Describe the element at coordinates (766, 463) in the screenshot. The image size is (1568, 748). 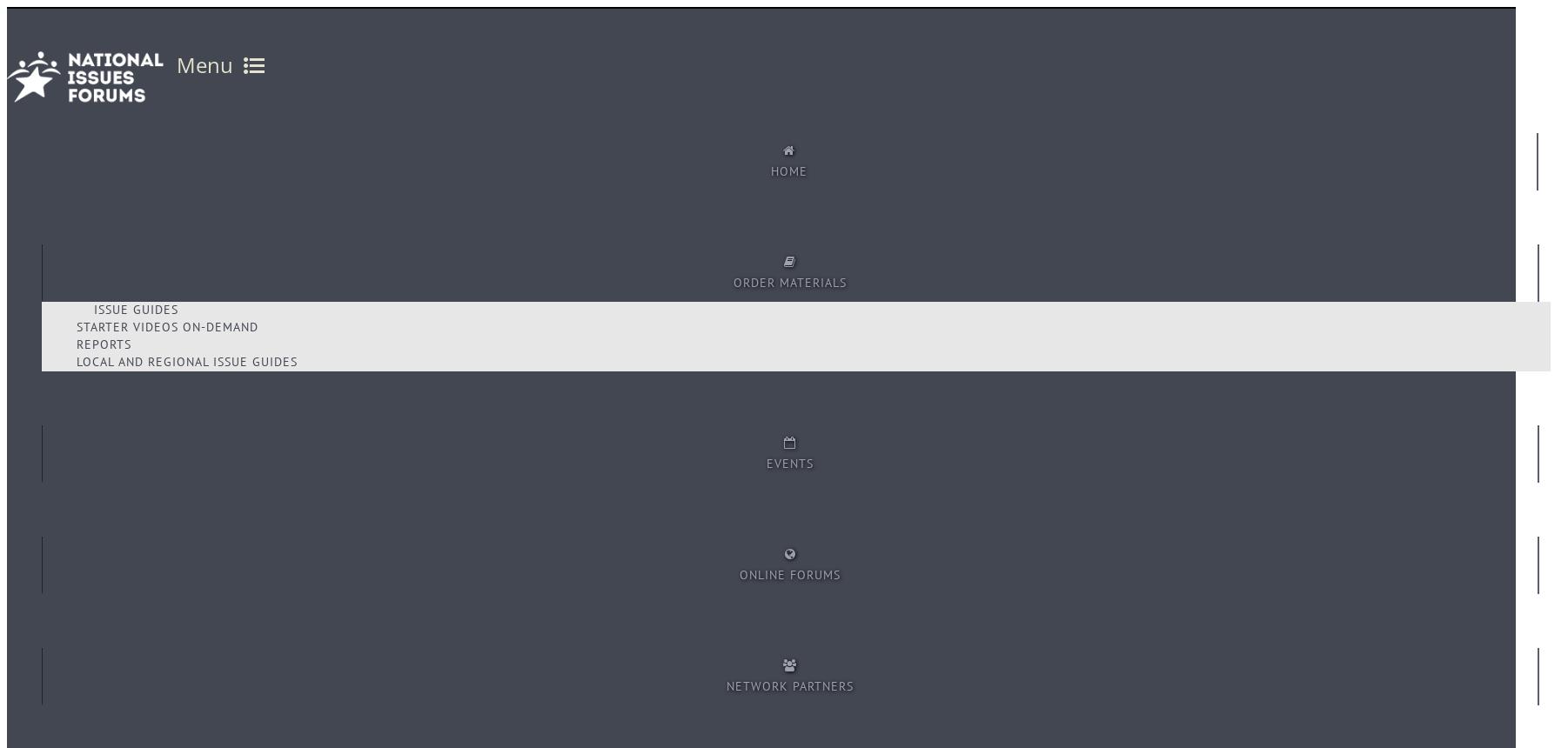
I see `'Events'` at that location.